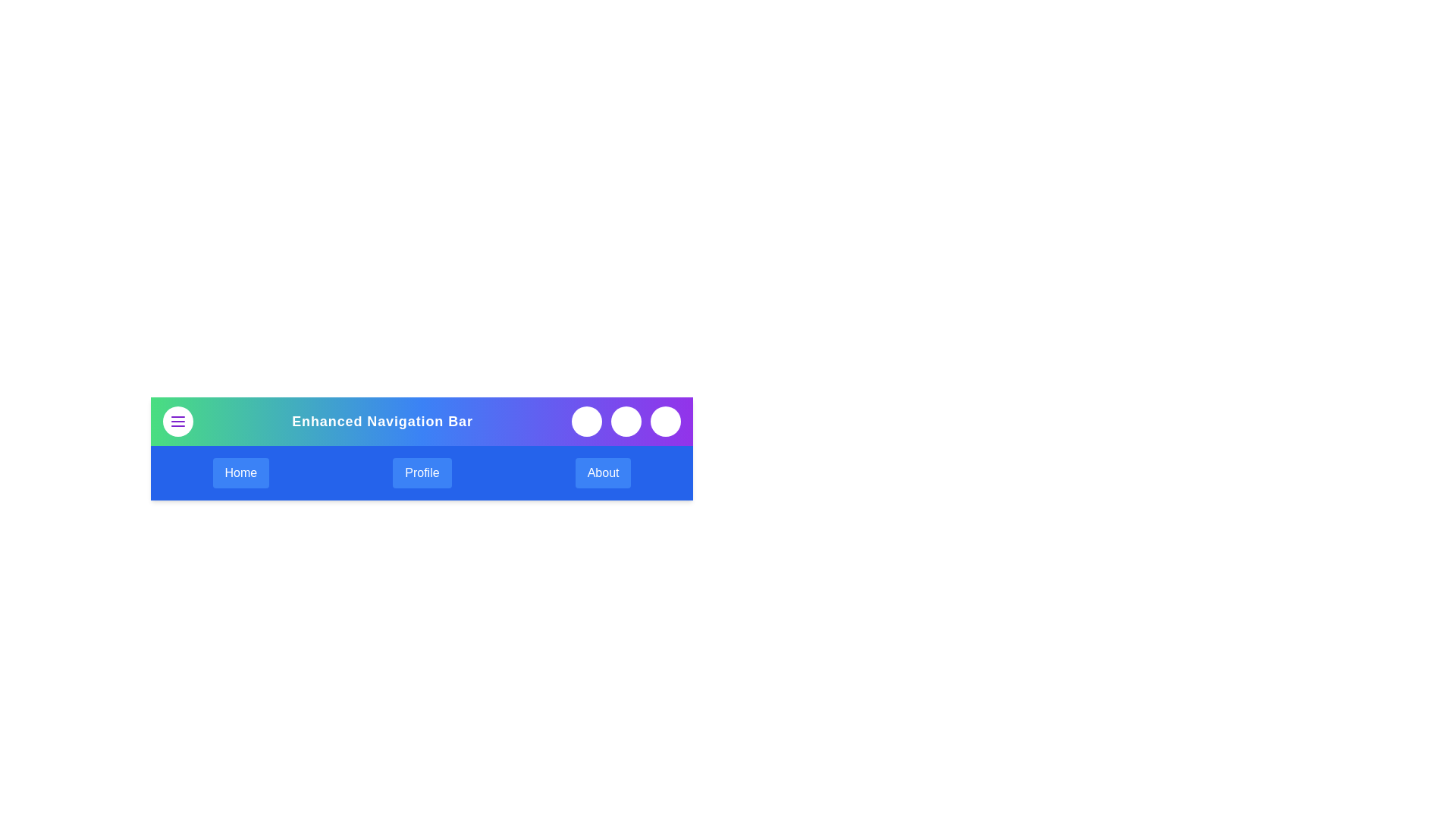  Describe the element at coordinates (626, 421) in the screenshot. I see `the notification button to view alerts` at that location.